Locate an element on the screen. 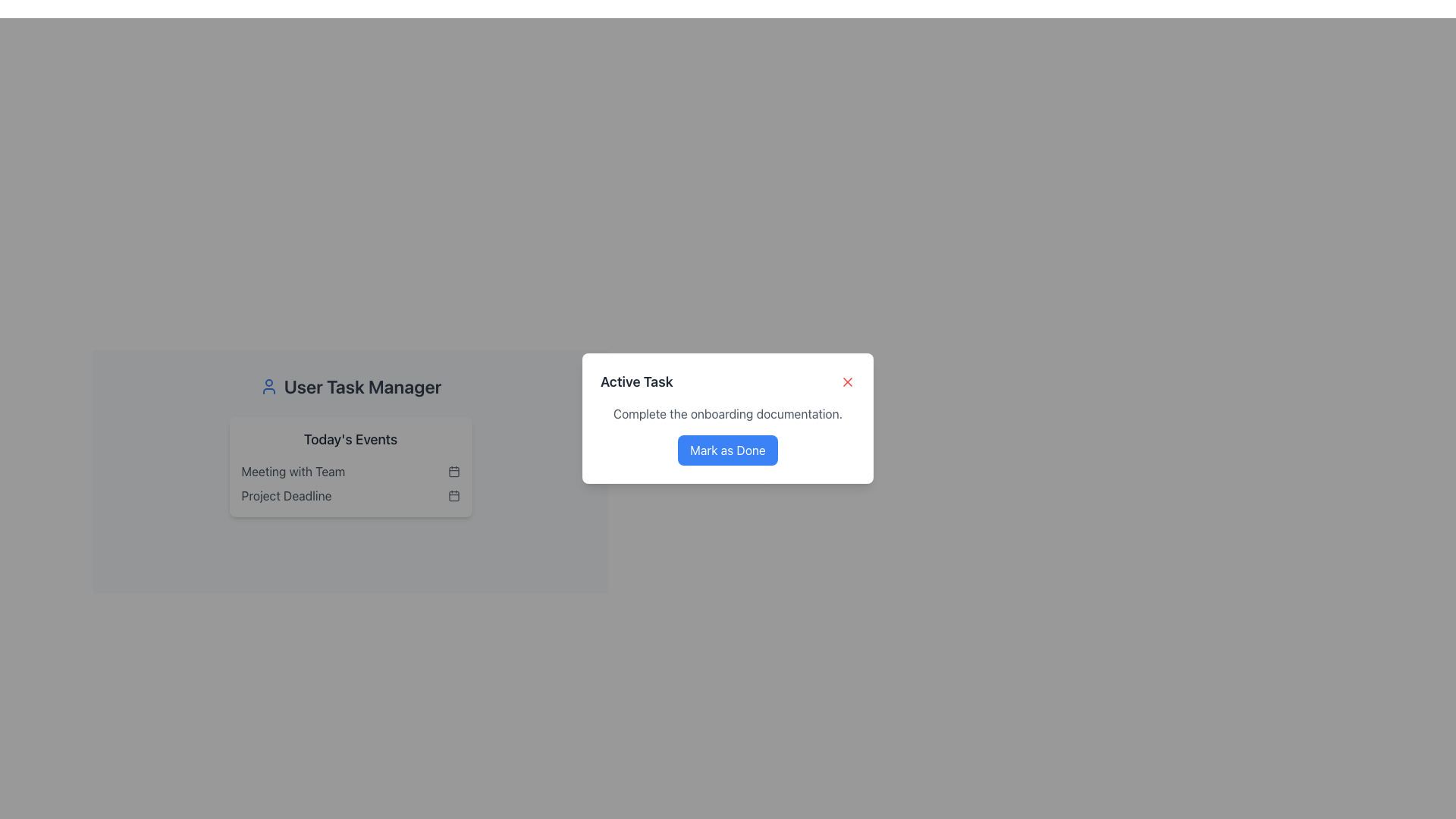  the blue user icon located at the top left corner of the 'User Task Manager' section, immediately to the left of the text 'User Task Manager' is located at coordinates (268, 385).